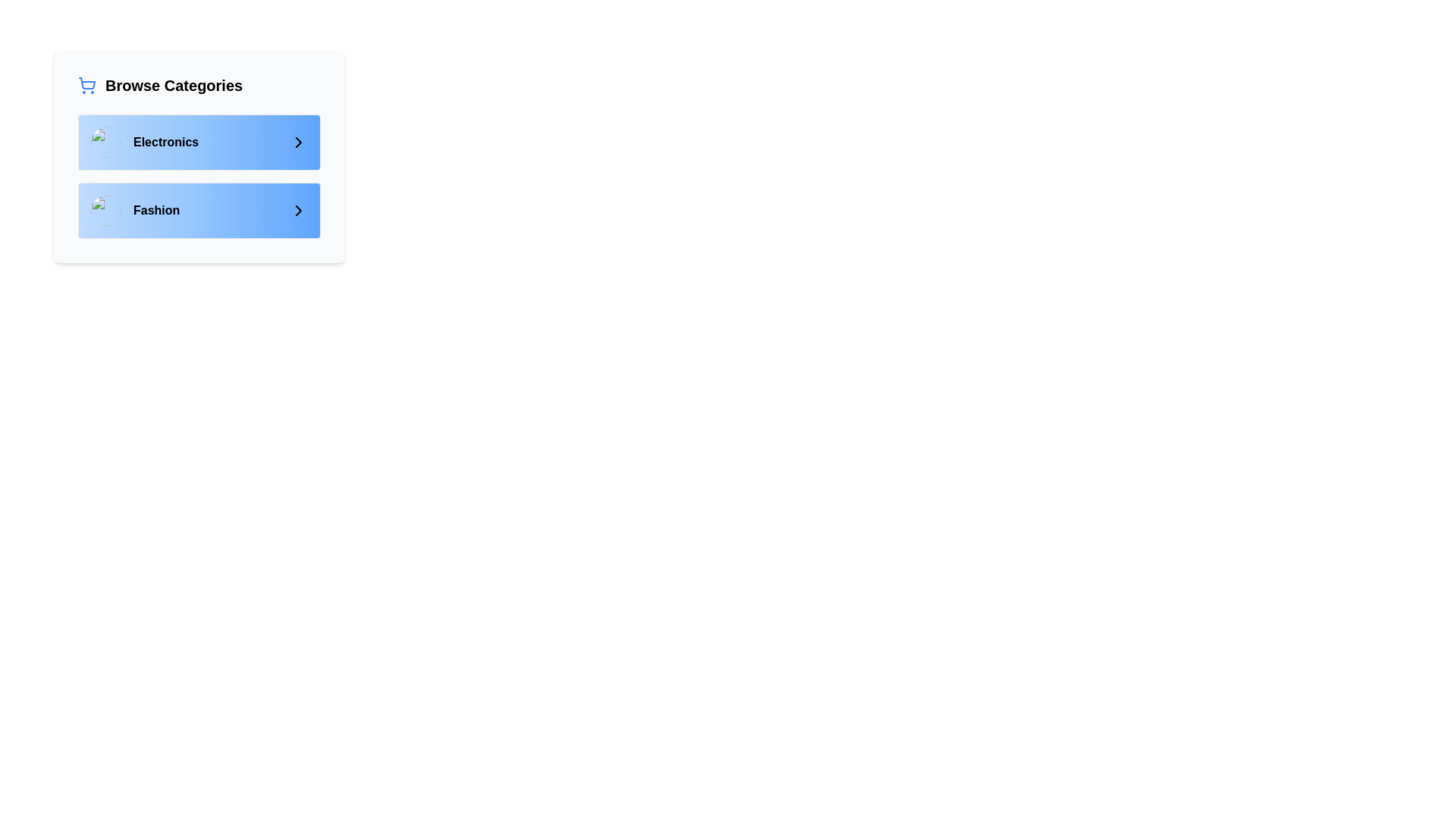 The height and width of the screenshot is (819, 1456). What do you see at coordinates (298, 143) in the screenshot?
I see `the right-pointing chevron icon located in the 'Electronics' category under 'Browse Categories'` at bounding box center [298, 143].